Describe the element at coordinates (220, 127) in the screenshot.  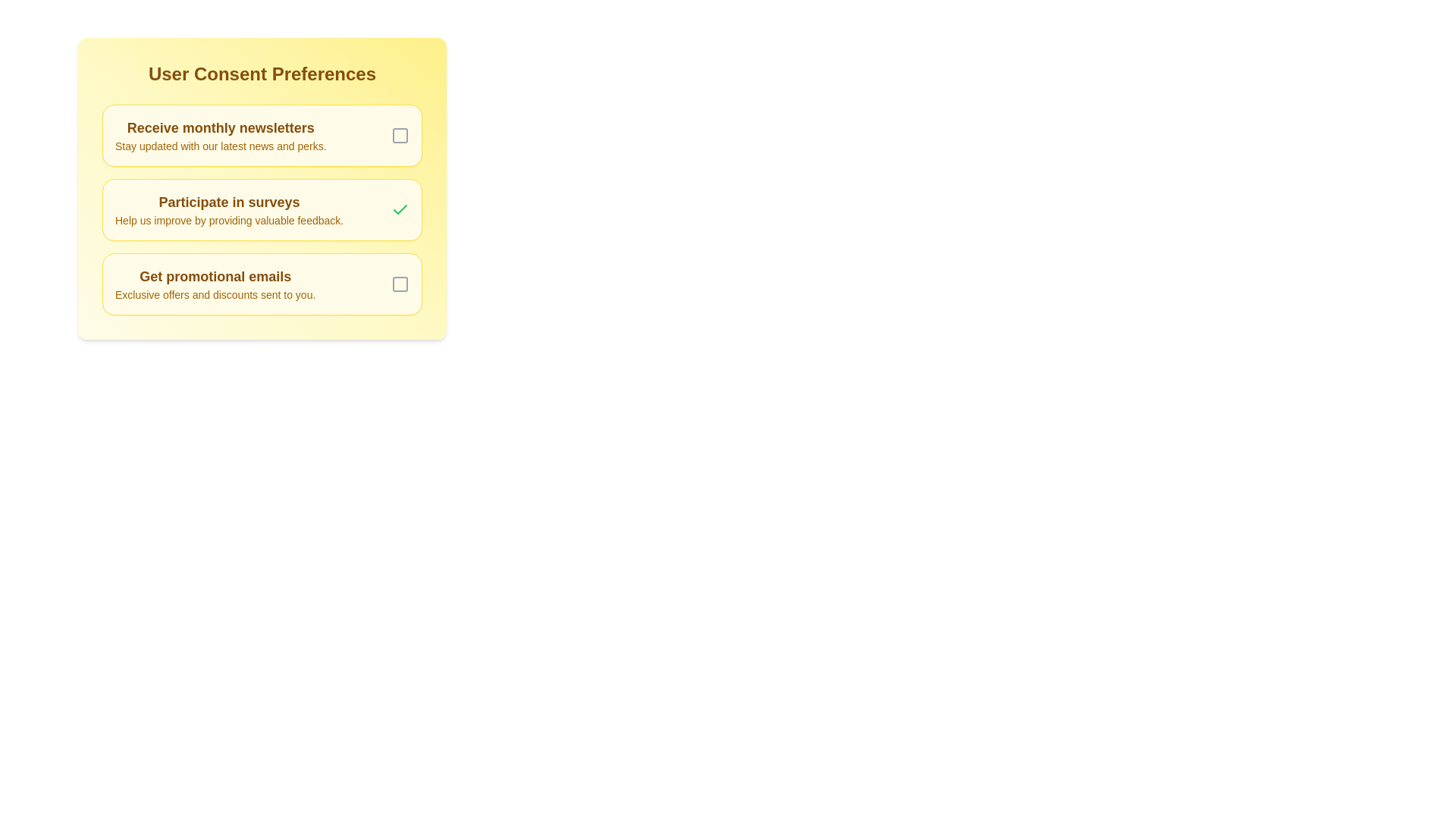
I see `the bold text label reading 'Receive monthly newsletters' styled in dark yellow color at the top of the user consent preferences panel` at that location.